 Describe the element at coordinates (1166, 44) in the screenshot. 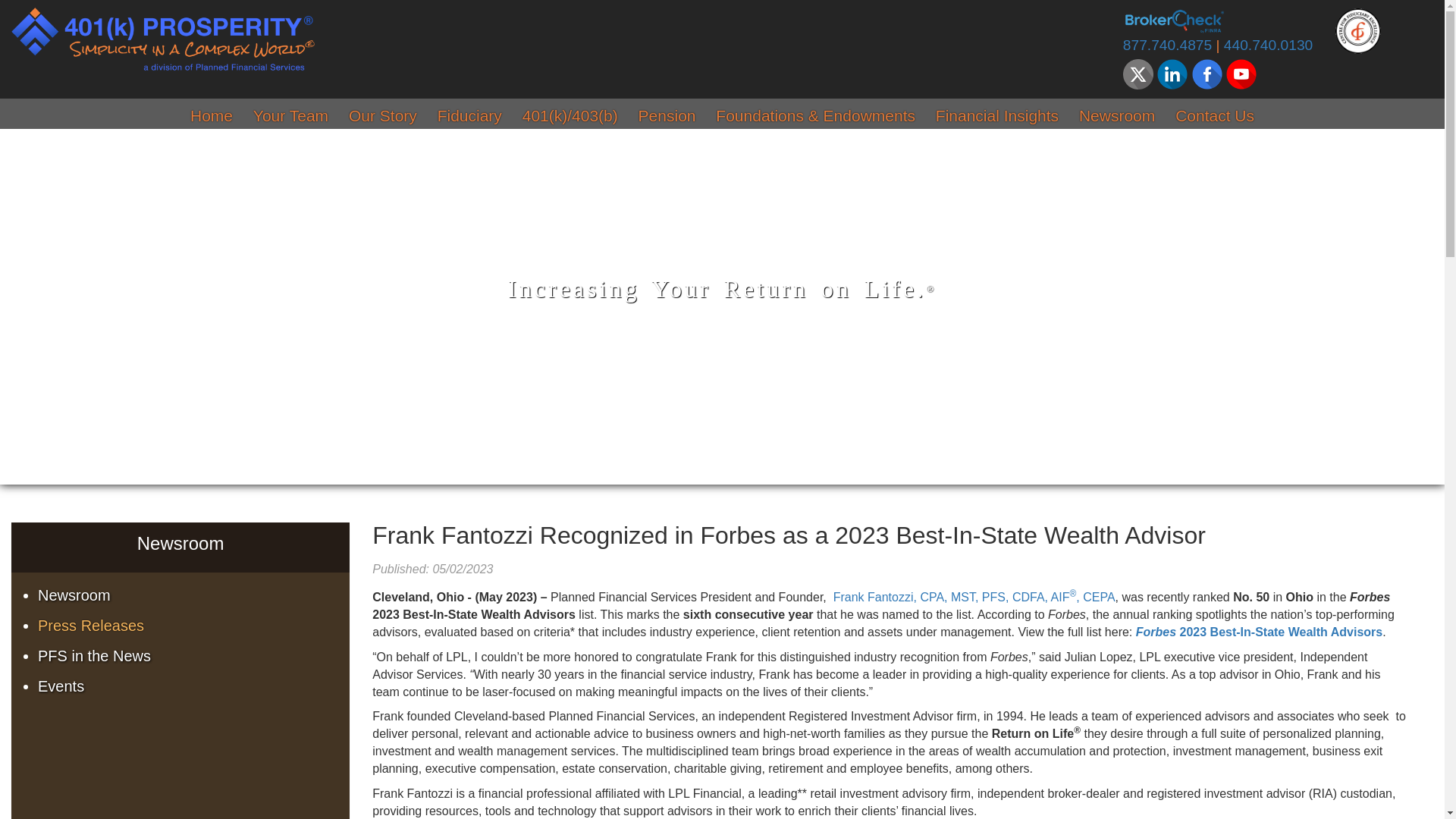

I see `'877.740.4875'` at that location.